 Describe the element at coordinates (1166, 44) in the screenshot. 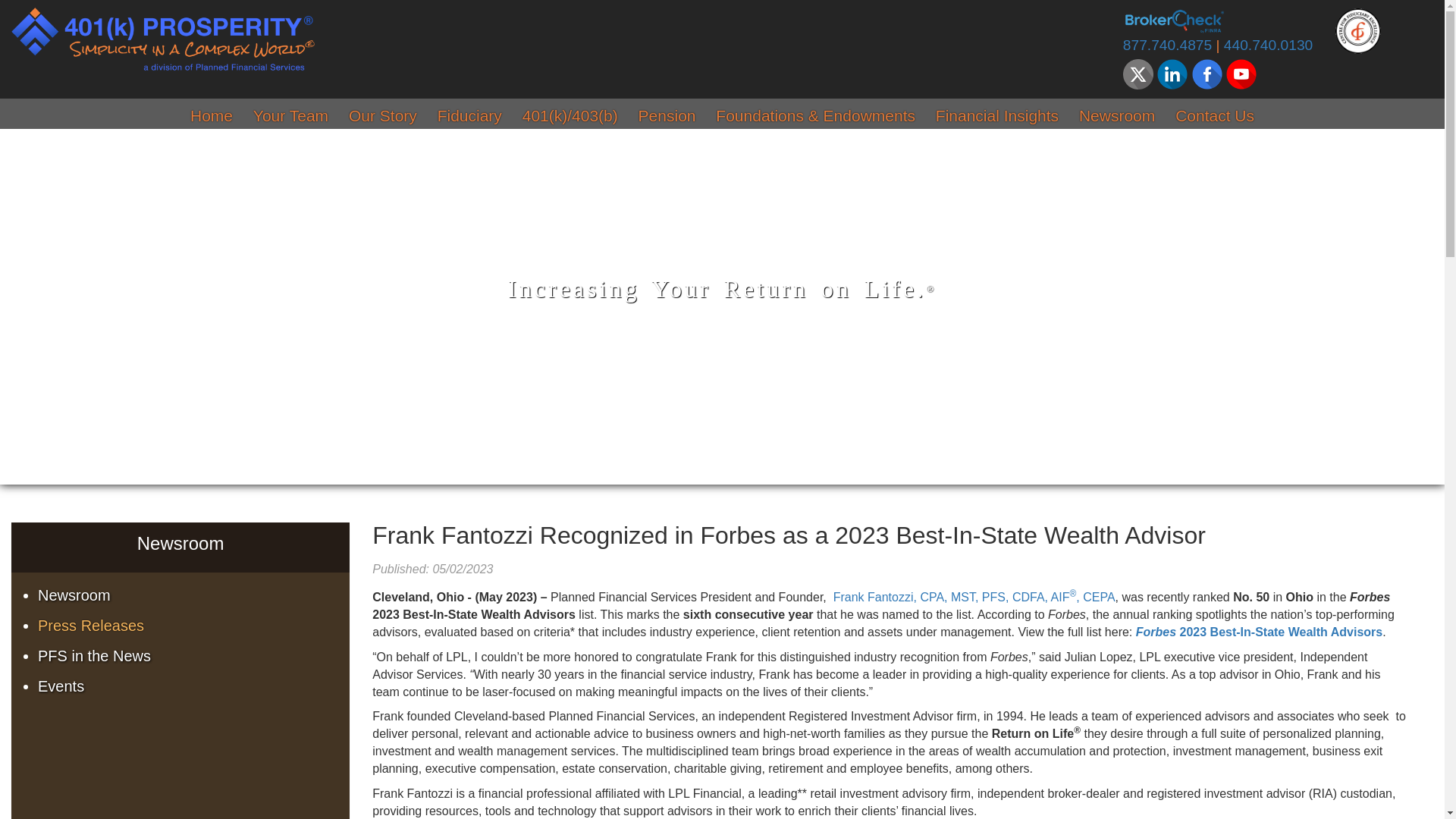

I see `'877.740.4875'` at that location.